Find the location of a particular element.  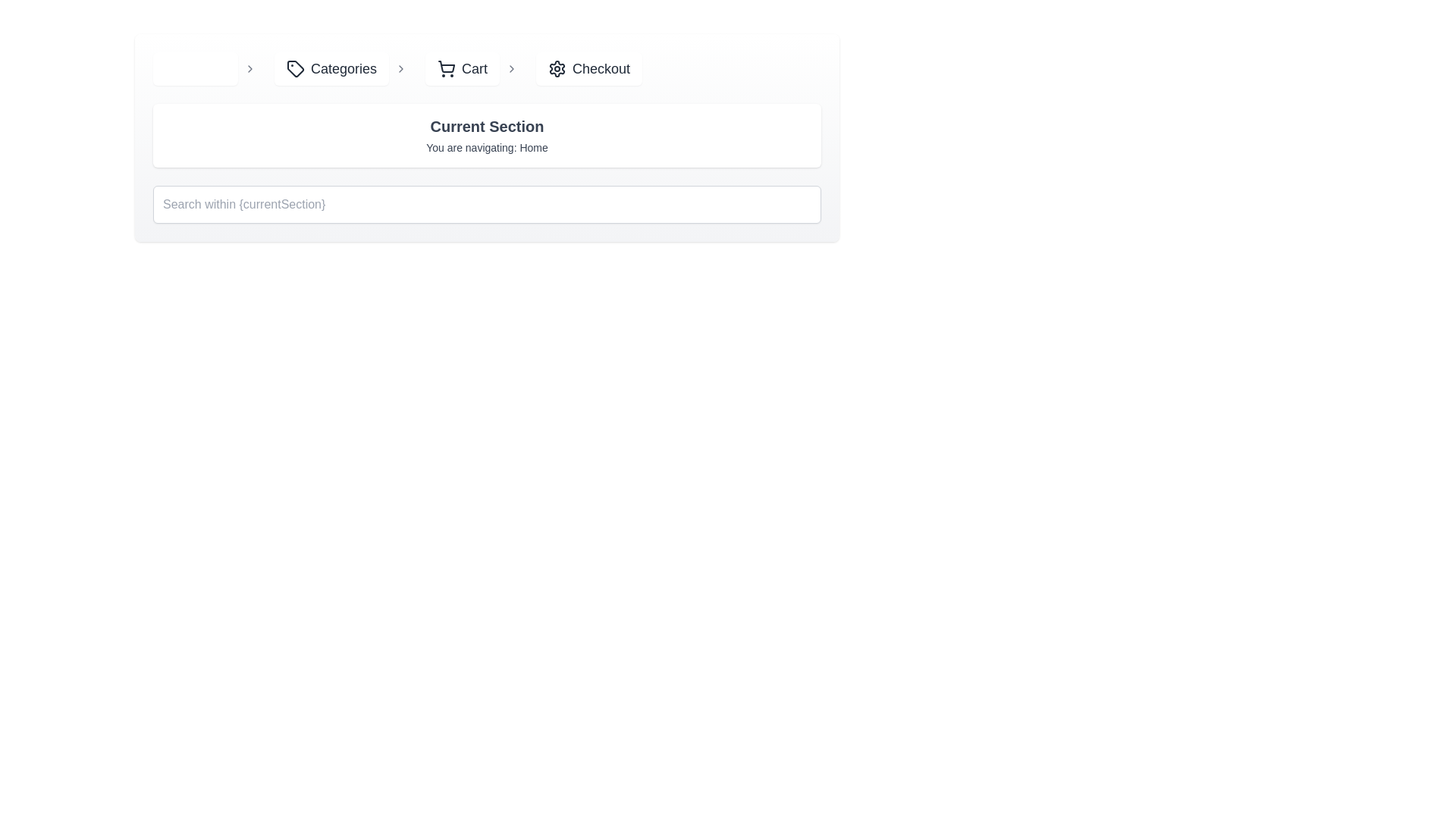

the shopping cart icon located inside the 'Cart' button in the horizontal navigation bar is located at coordinates (446, 69).